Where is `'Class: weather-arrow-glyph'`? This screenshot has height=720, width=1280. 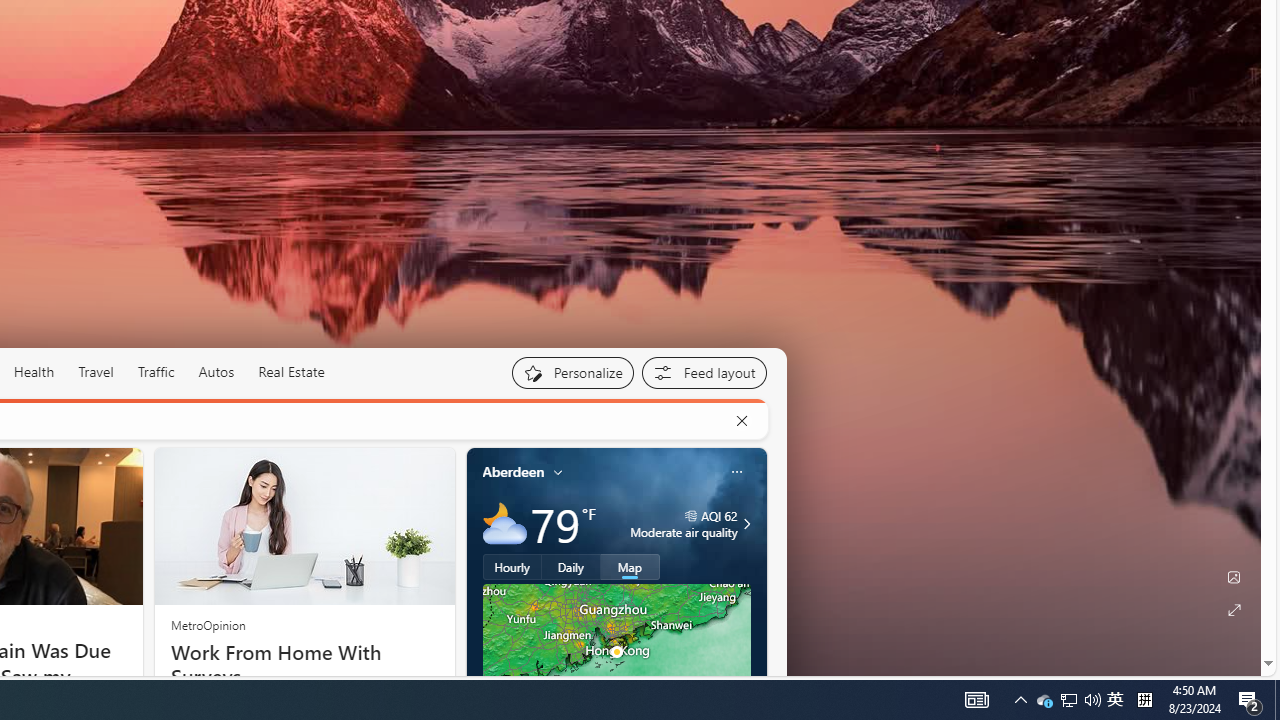
'Class: weather-arrow-glyph' is located at coordinates (745, 522).